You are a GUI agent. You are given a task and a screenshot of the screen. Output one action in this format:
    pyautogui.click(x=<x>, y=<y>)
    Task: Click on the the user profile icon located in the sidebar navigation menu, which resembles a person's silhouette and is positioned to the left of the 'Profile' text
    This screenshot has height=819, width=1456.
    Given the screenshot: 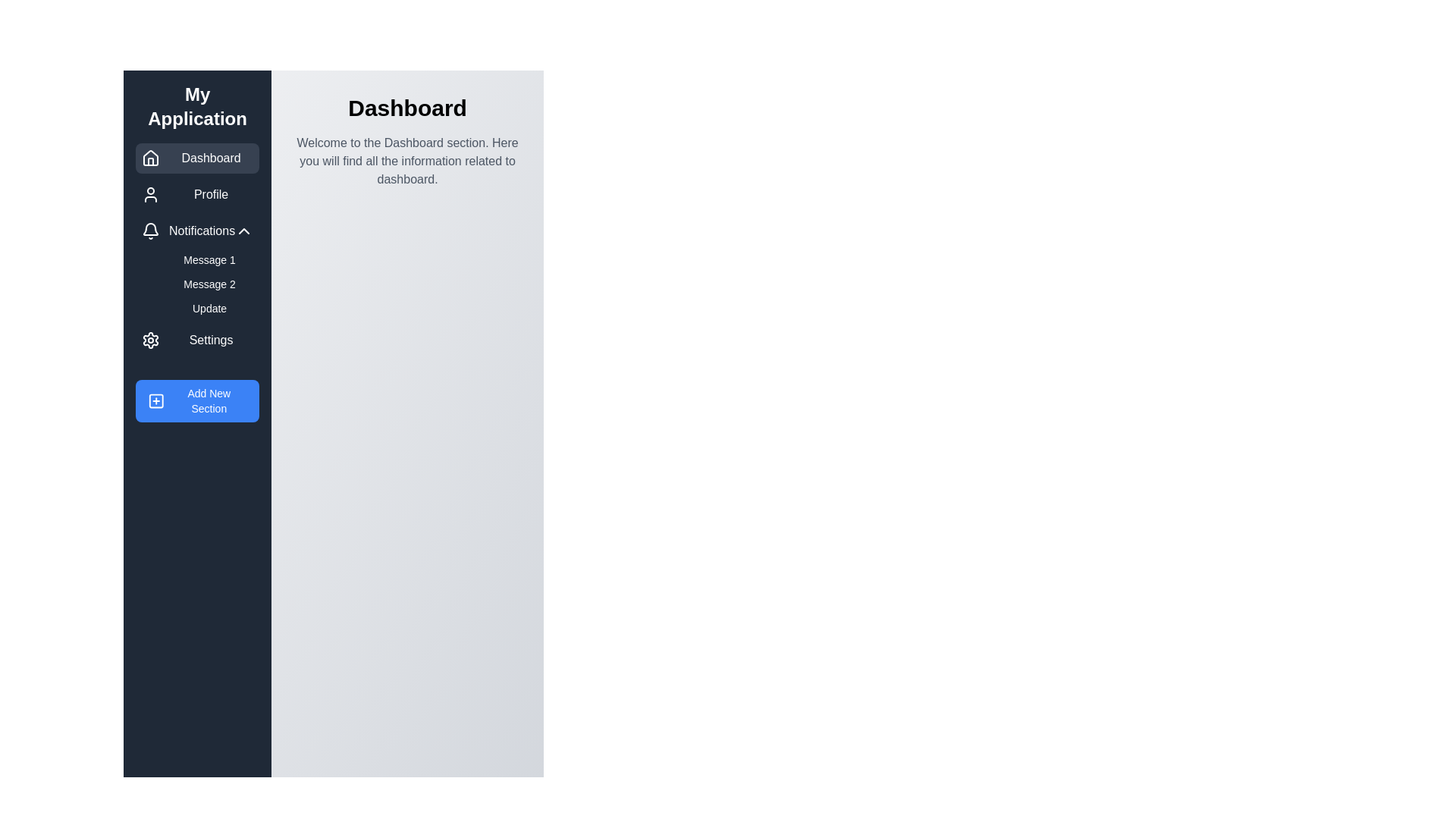 What is the action you would take?
    pyautogui.click(x=150, y=194)
    